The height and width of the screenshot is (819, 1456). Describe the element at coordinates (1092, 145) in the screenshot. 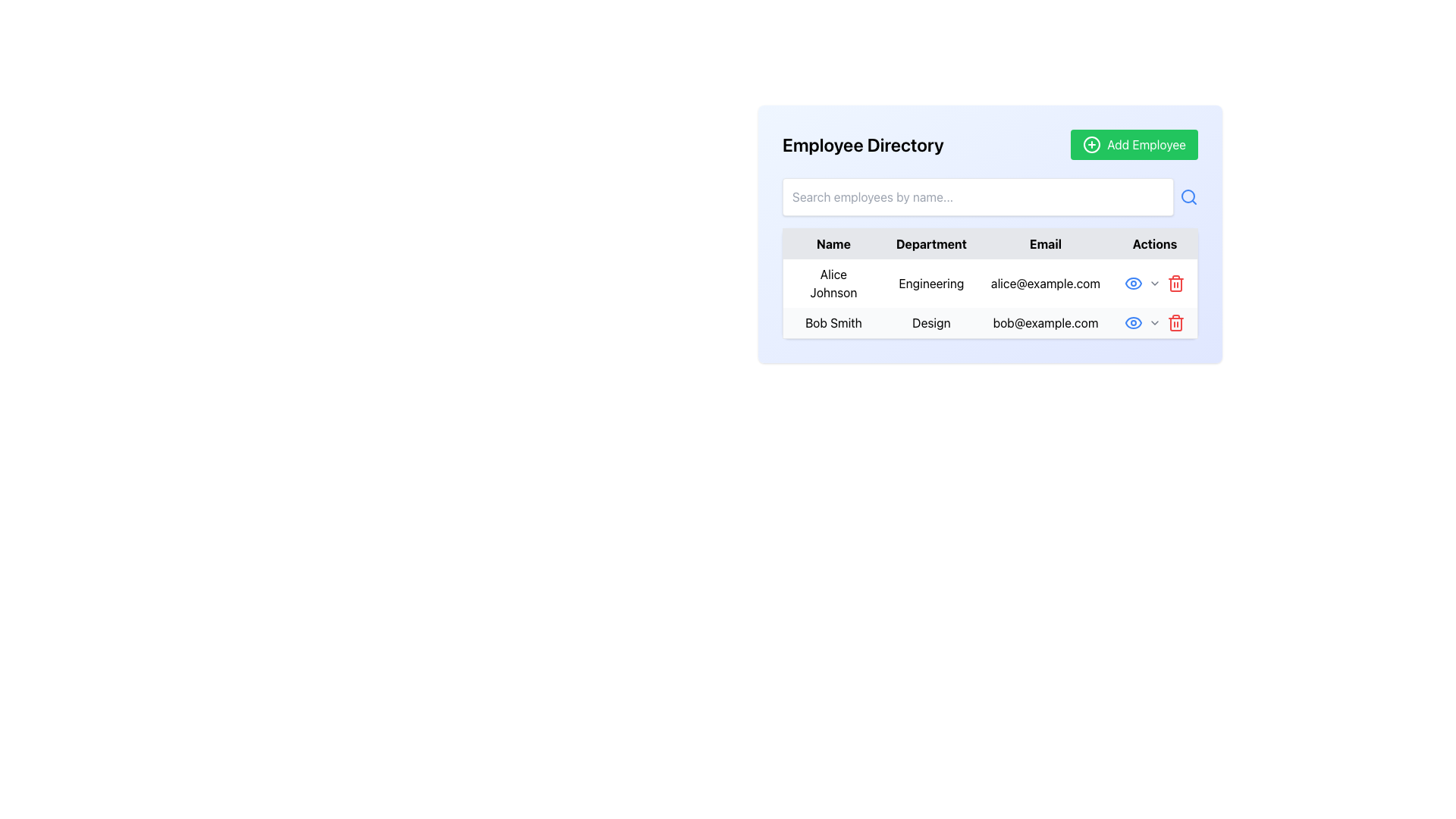

I see `the 'Add Employee' button icon located at the top-right corner of the layout, which is part of the button with a green background` at that location.